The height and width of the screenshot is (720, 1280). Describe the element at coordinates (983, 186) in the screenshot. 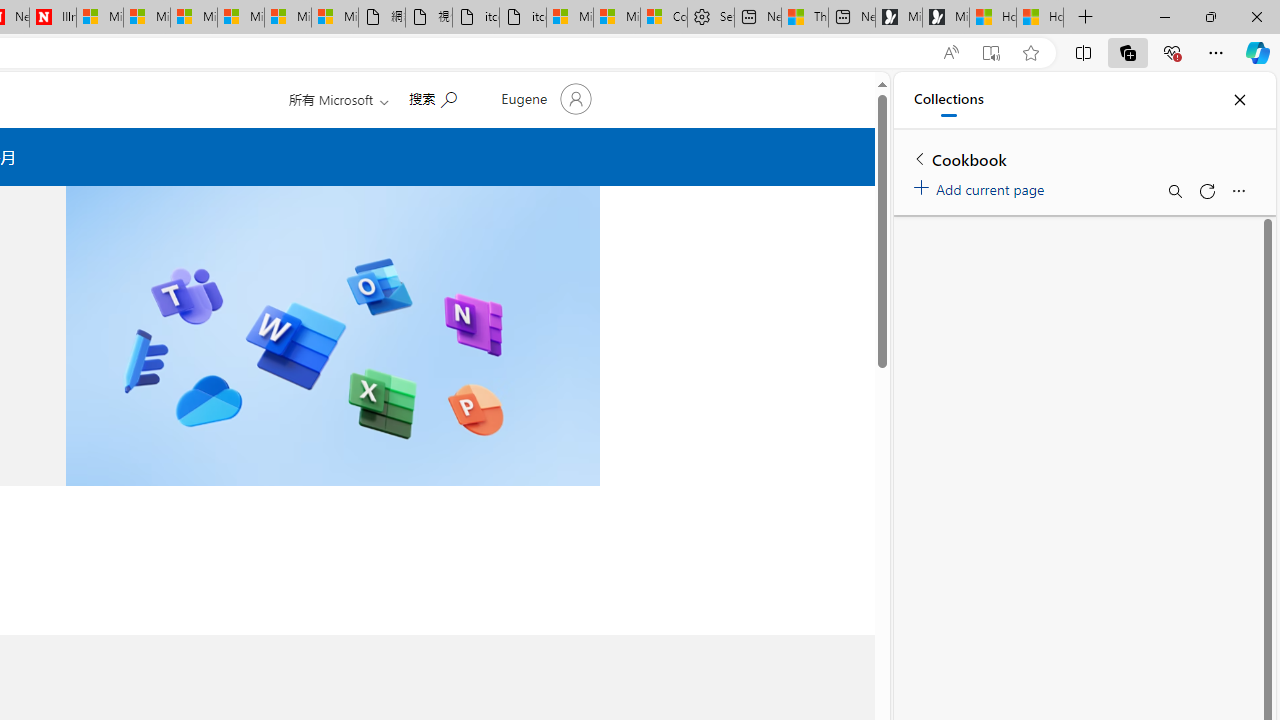

I see `'Add current page'` at that location.